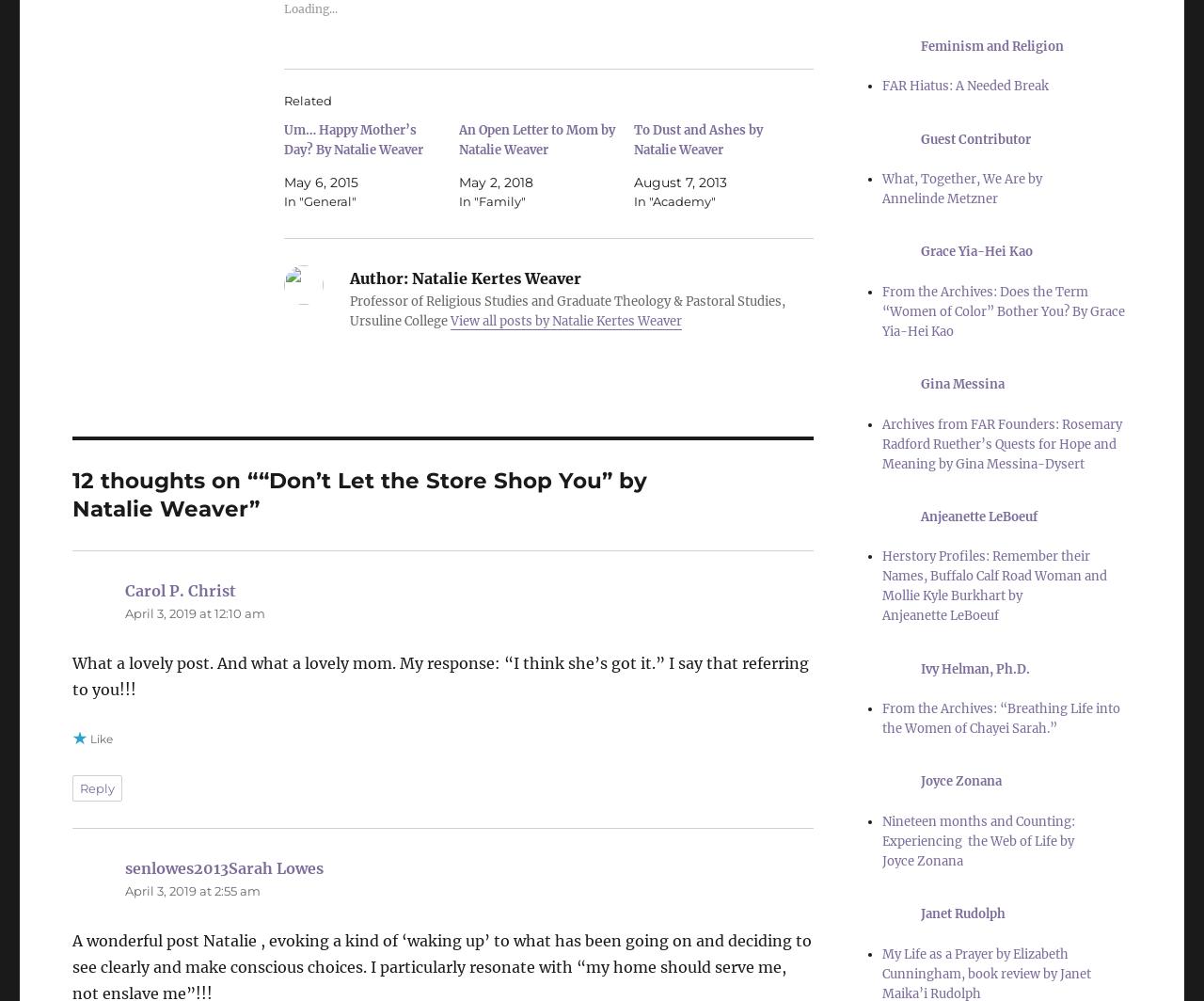 The width and height of the screenshot is (1204, 1001). What do you see at coordinates (320, 200) in the screenshot?
I see `'In "General"'` at bounding box center [320, 200].